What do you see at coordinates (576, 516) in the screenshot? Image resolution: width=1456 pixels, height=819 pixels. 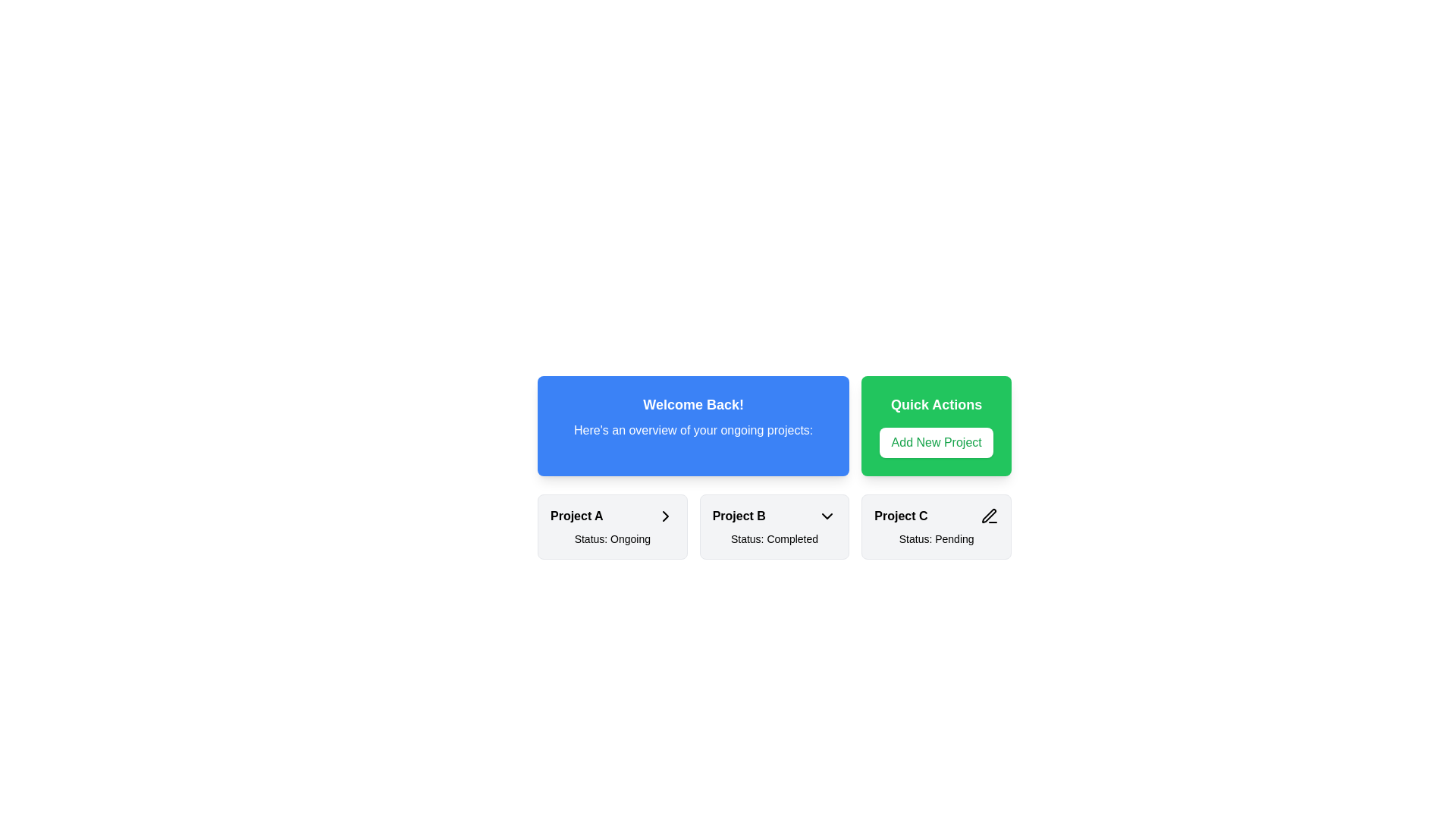 I see `text label that identifies the project on the leftmost card in a row of three similar cards` at bounding box center [576, 516].